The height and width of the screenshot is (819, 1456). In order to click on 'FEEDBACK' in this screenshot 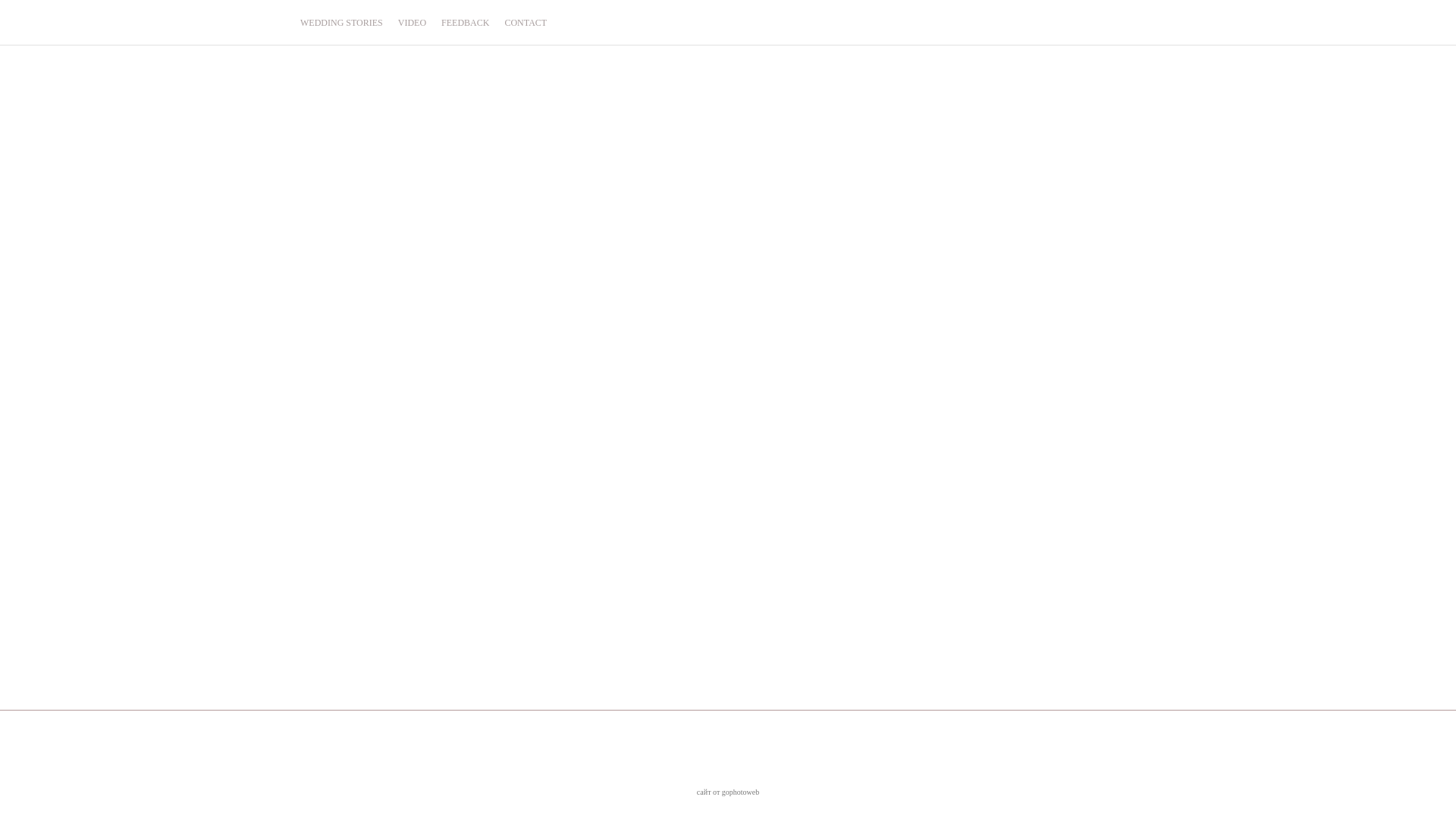, I will do `click(464, 22)`.